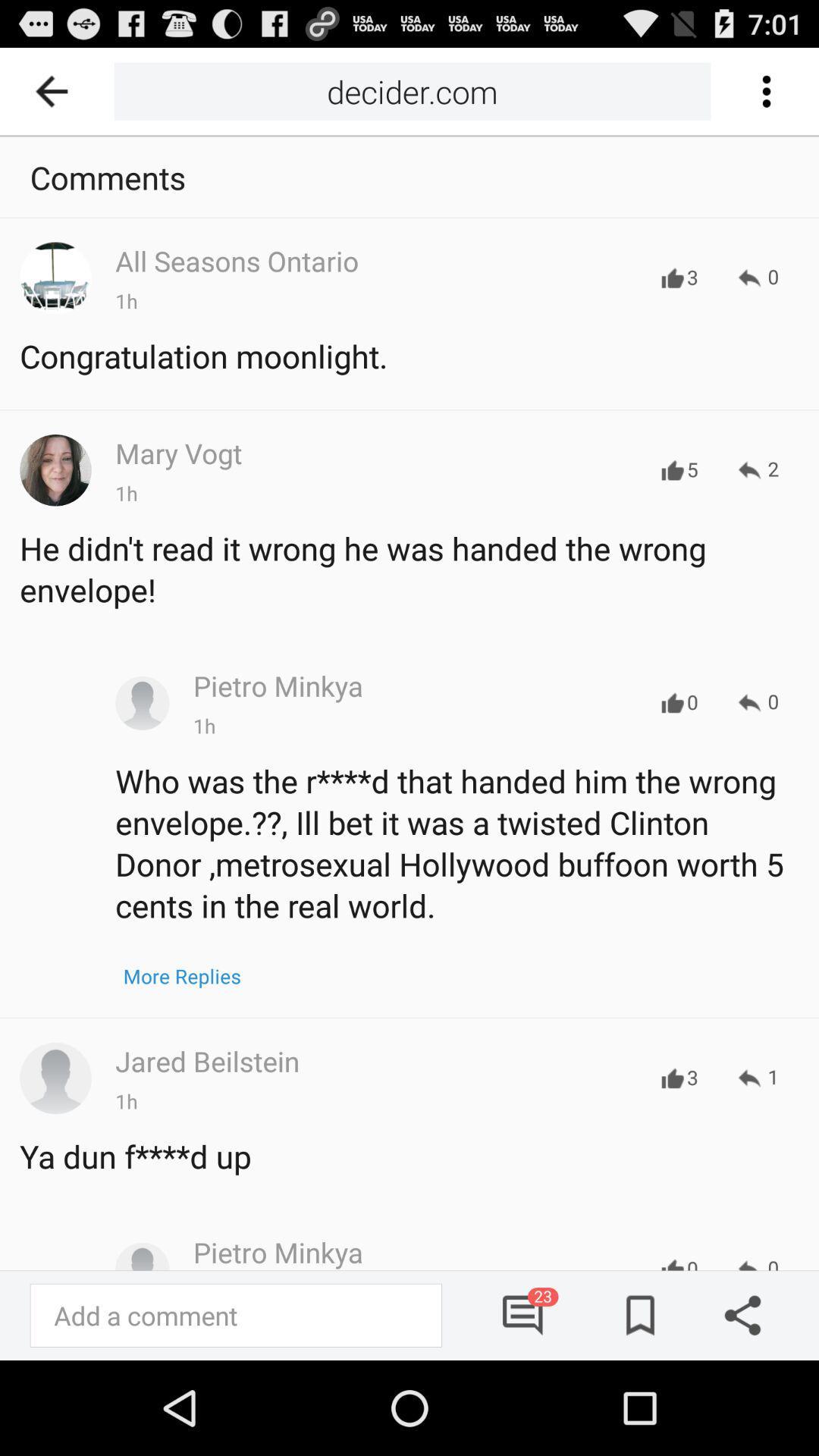  I want to click on selective button, so click(765, 90).